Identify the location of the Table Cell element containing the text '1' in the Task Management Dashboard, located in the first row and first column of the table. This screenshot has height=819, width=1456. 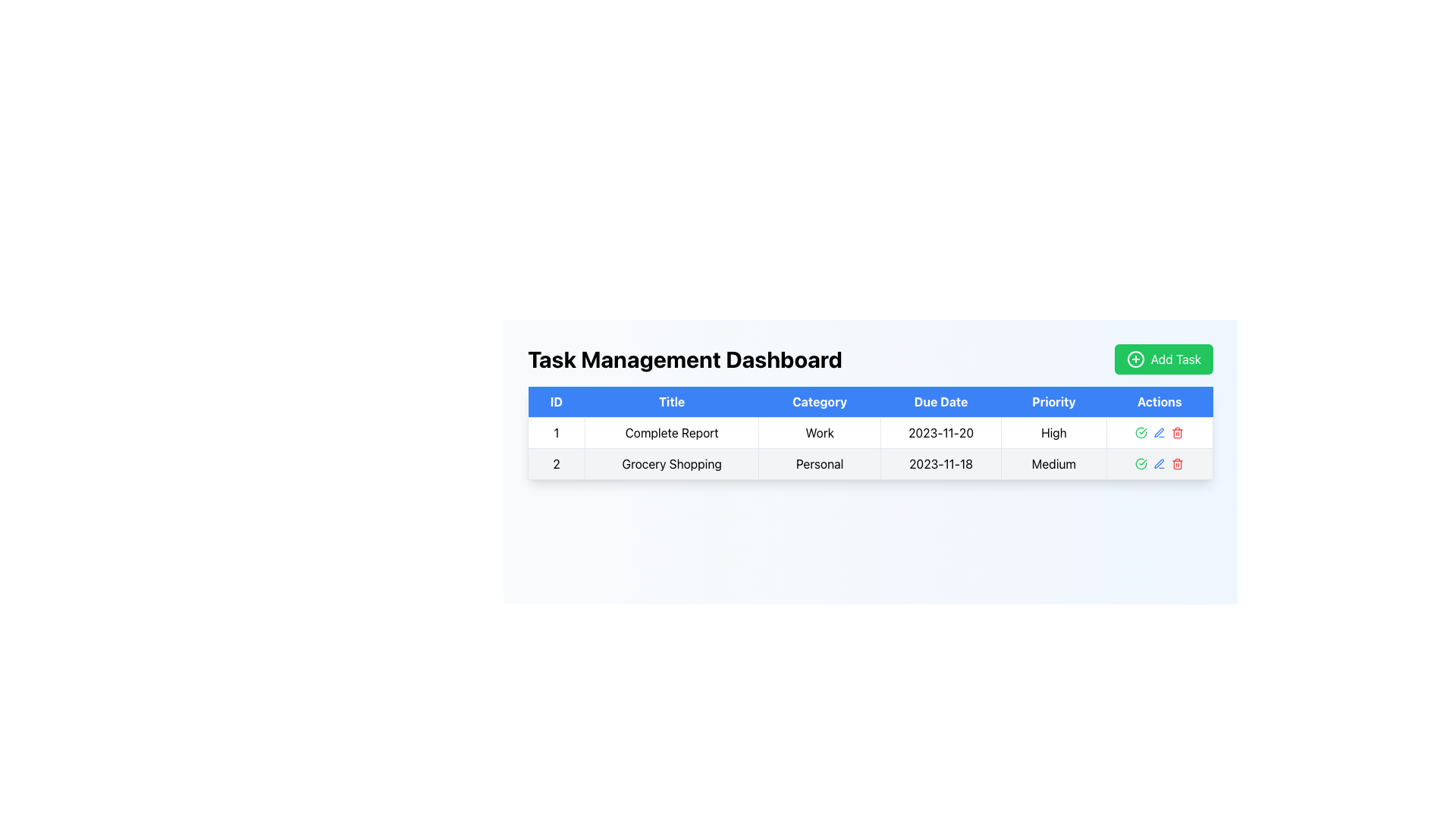
(556, 432).